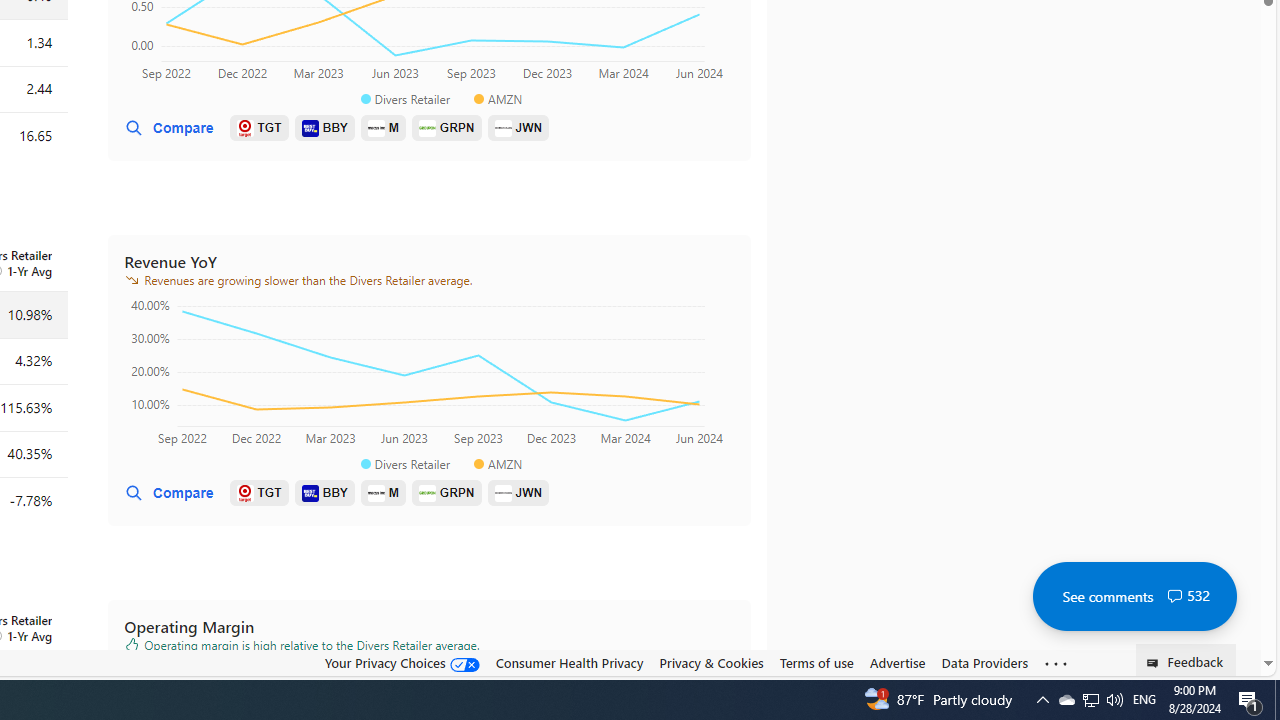 Image resolution: width=1280 pixels, height=720 pixels. I want to click on 'Class: oneFooter_seeMore-DS-EntryPoint1-1', so click(1055, 663).